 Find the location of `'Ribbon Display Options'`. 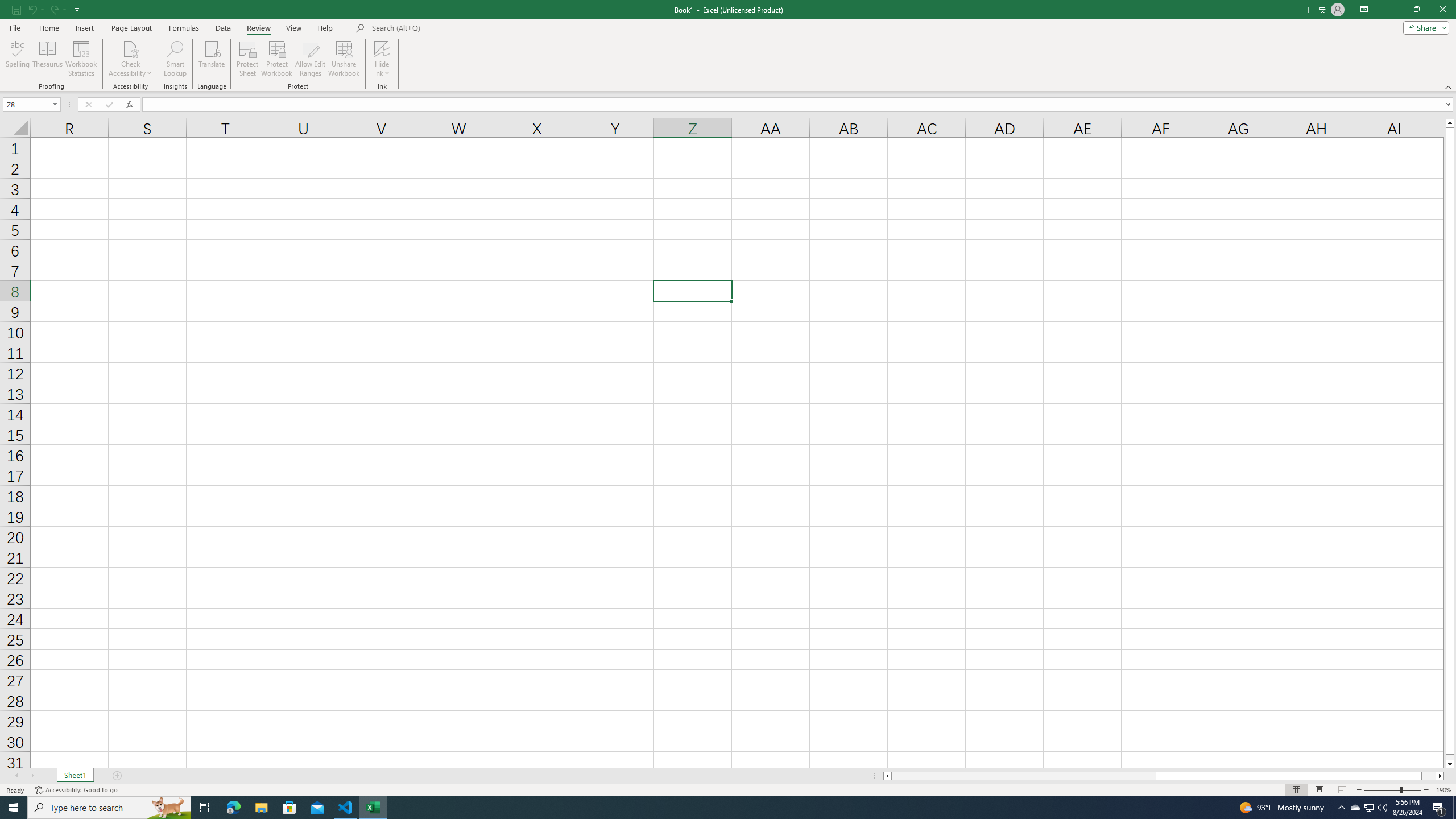

'Ribbon Display Options' is located at coordinates (1363, 9).